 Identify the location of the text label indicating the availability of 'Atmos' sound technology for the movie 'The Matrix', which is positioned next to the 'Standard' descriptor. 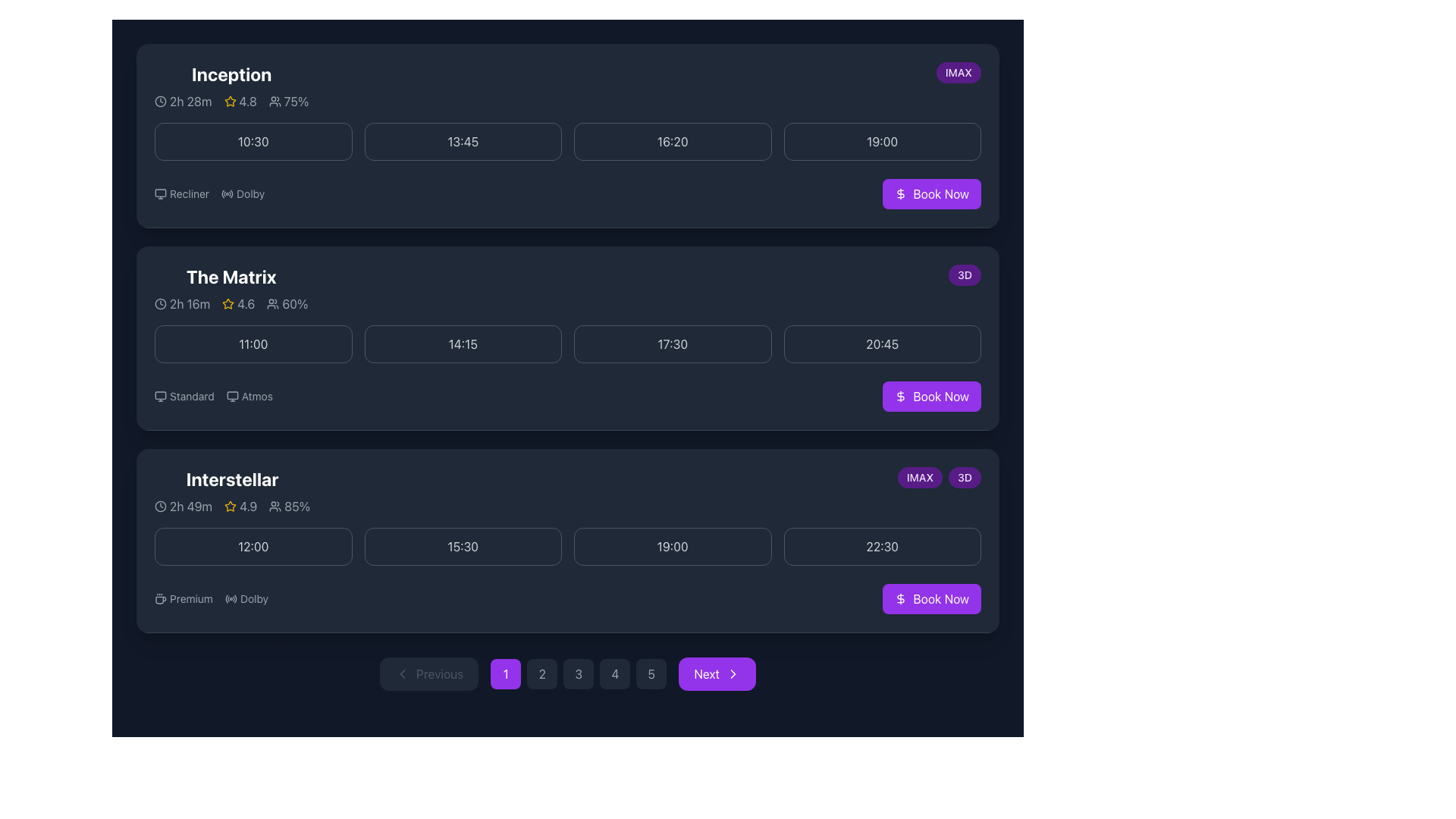
(249, 396).